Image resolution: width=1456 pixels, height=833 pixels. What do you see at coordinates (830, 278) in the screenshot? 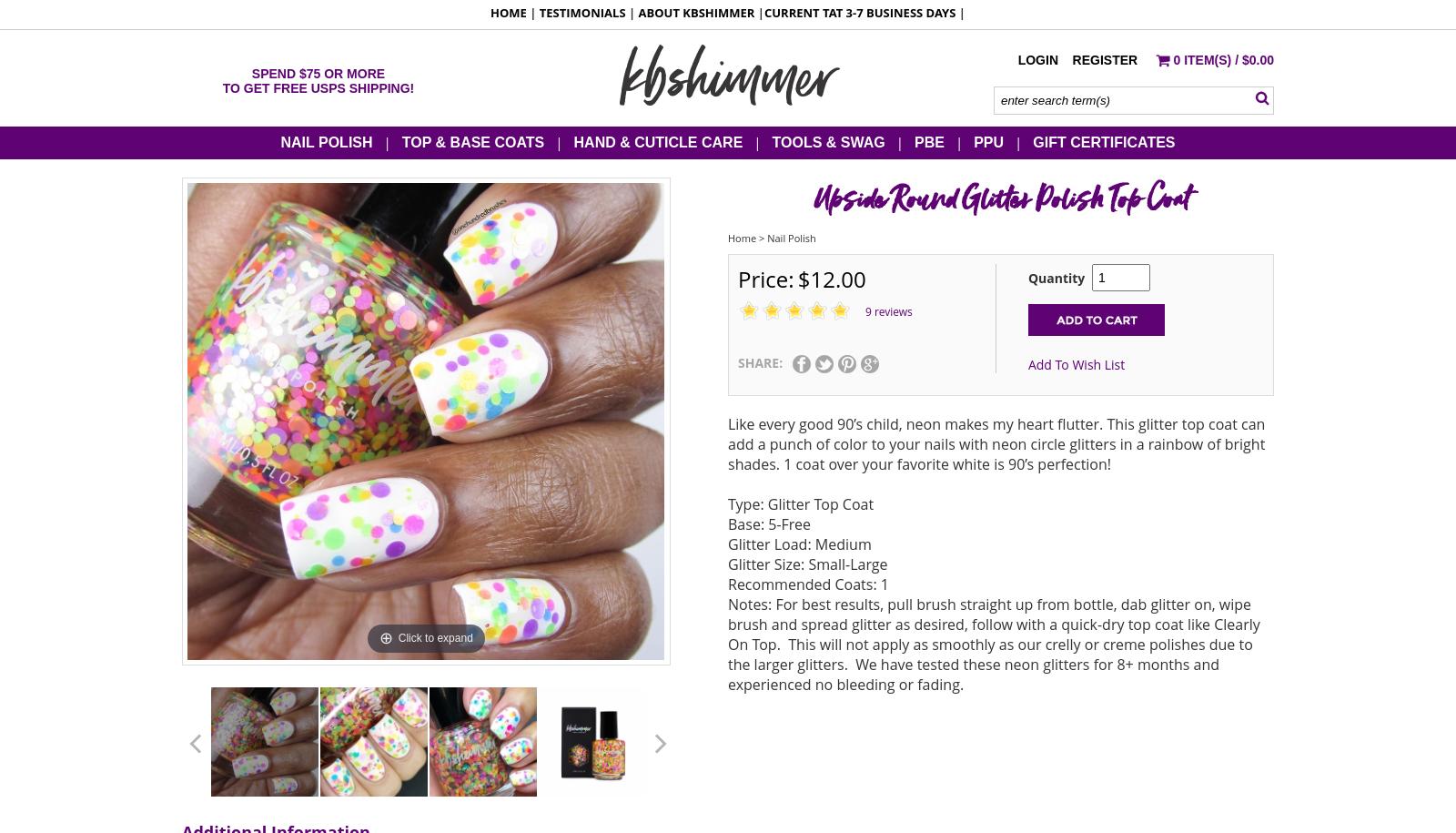
I see `'$12.00'` at bounding box center [830, 278].